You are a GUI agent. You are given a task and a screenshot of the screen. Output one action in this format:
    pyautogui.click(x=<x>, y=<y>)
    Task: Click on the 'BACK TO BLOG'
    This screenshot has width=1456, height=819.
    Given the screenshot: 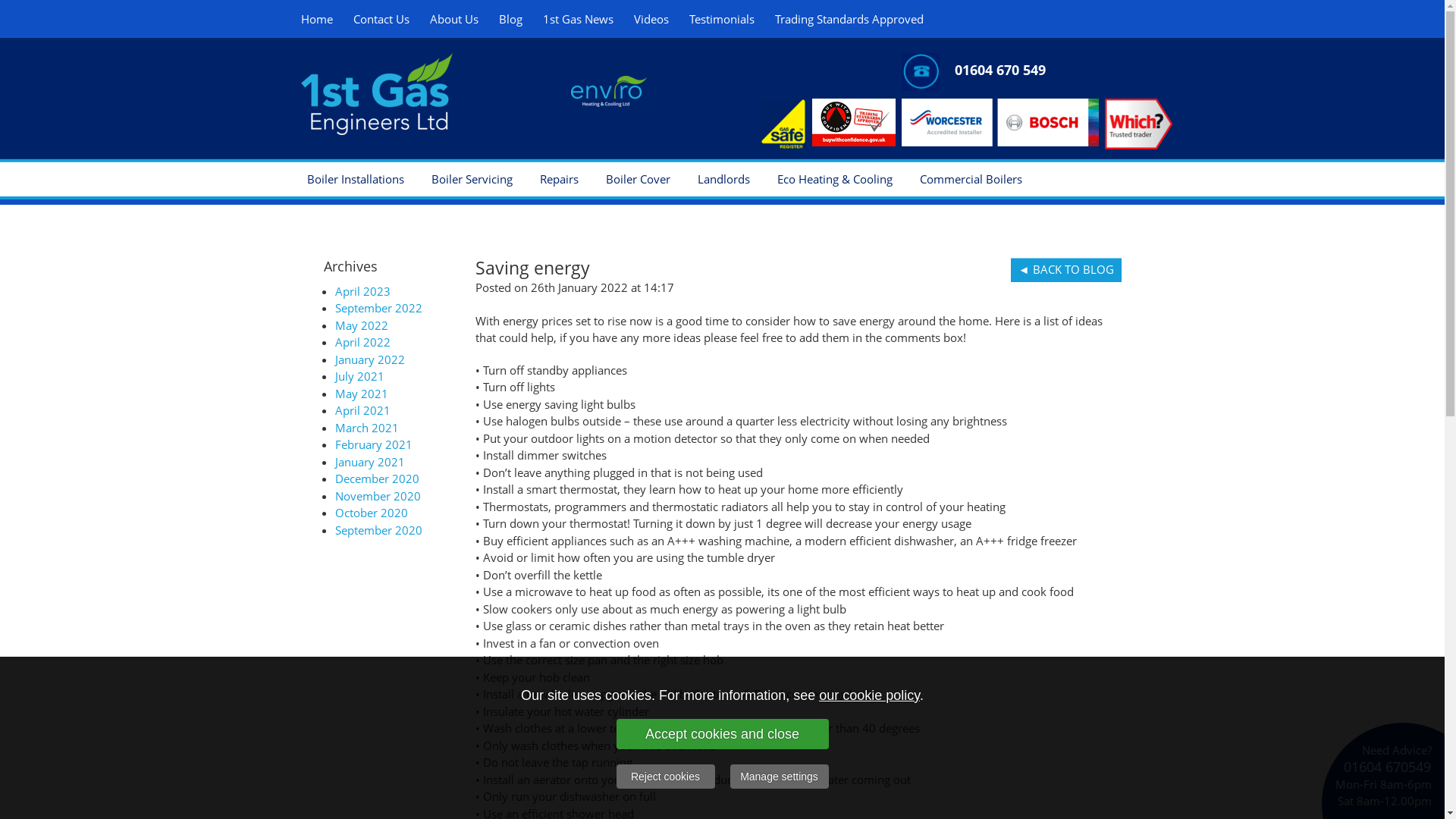 What is the action you would take?
    pyautogui.click(x=1011, y=268)
    